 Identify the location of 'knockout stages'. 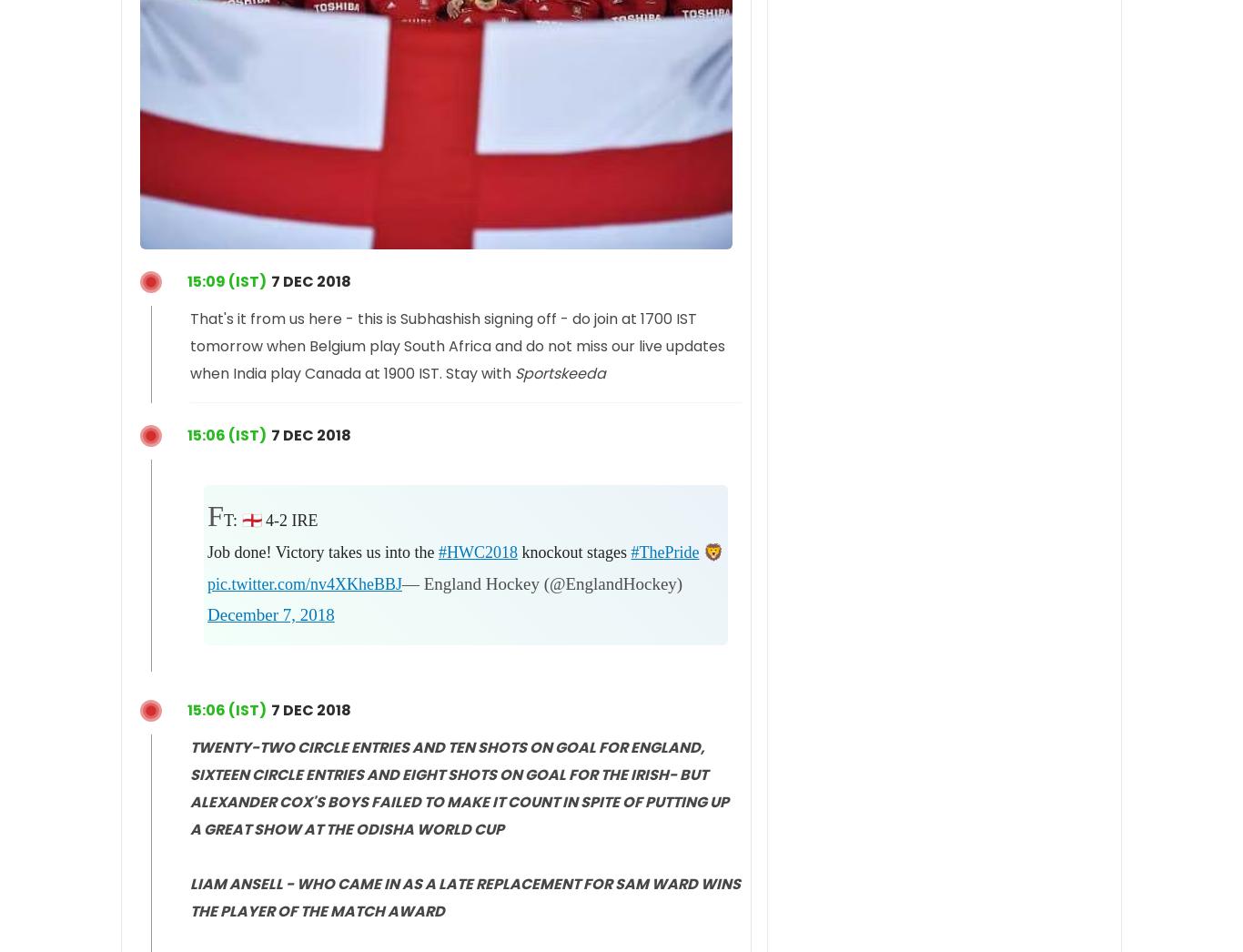
(572, 552).